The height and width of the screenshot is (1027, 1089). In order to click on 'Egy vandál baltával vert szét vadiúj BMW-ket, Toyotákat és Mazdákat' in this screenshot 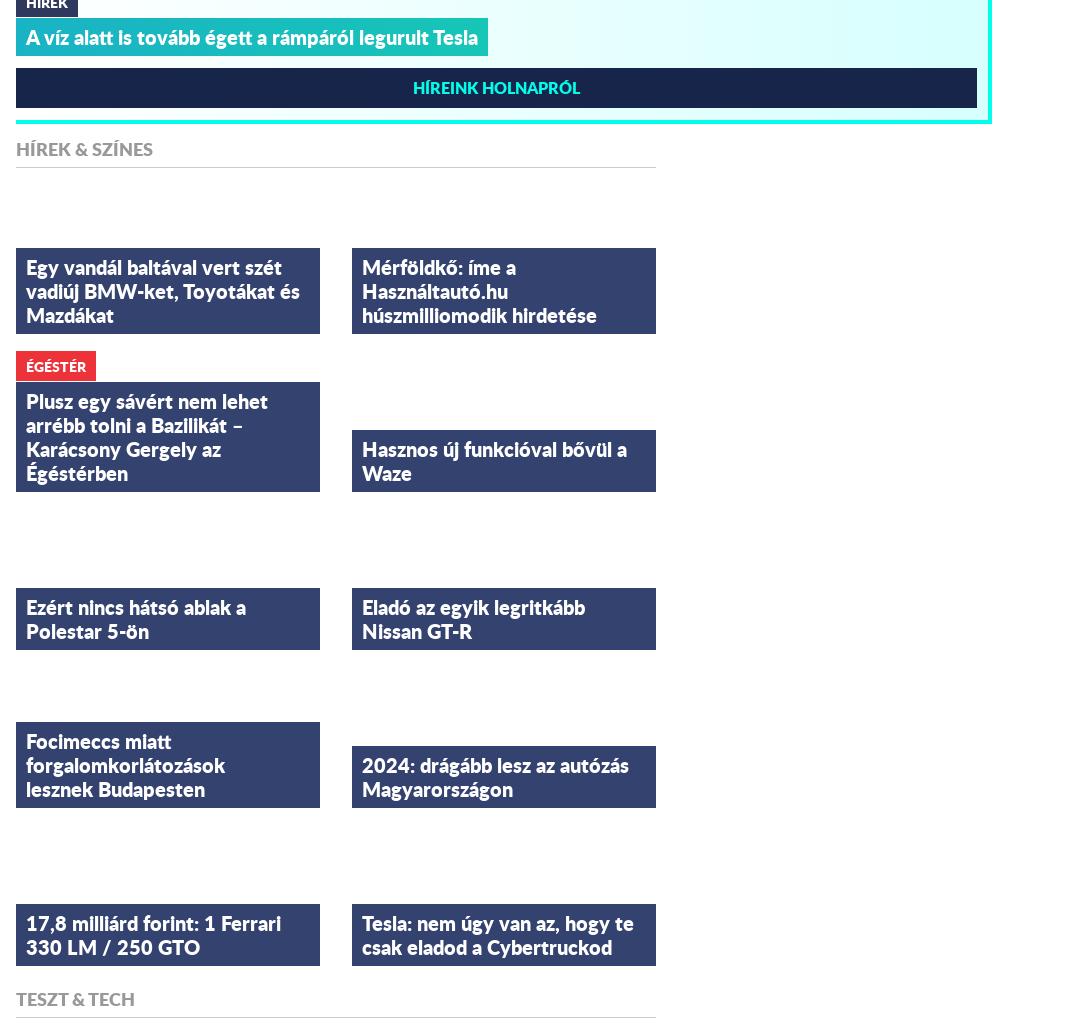, I will do `click(163, 289)`.